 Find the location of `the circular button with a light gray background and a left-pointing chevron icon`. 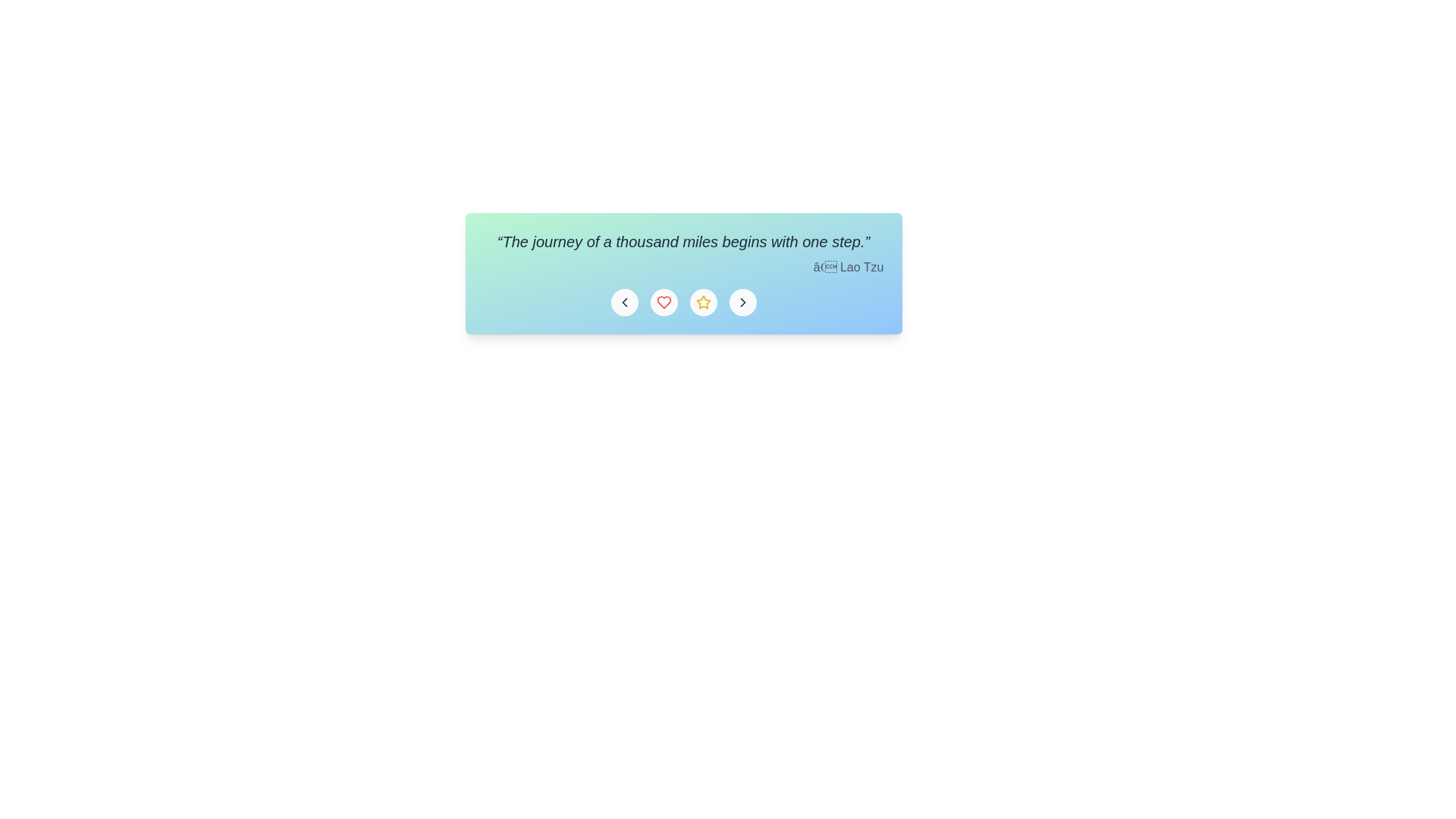

the circular button with a light gray background and a left-pointing chevron icon is located at coordinates (624, 302).